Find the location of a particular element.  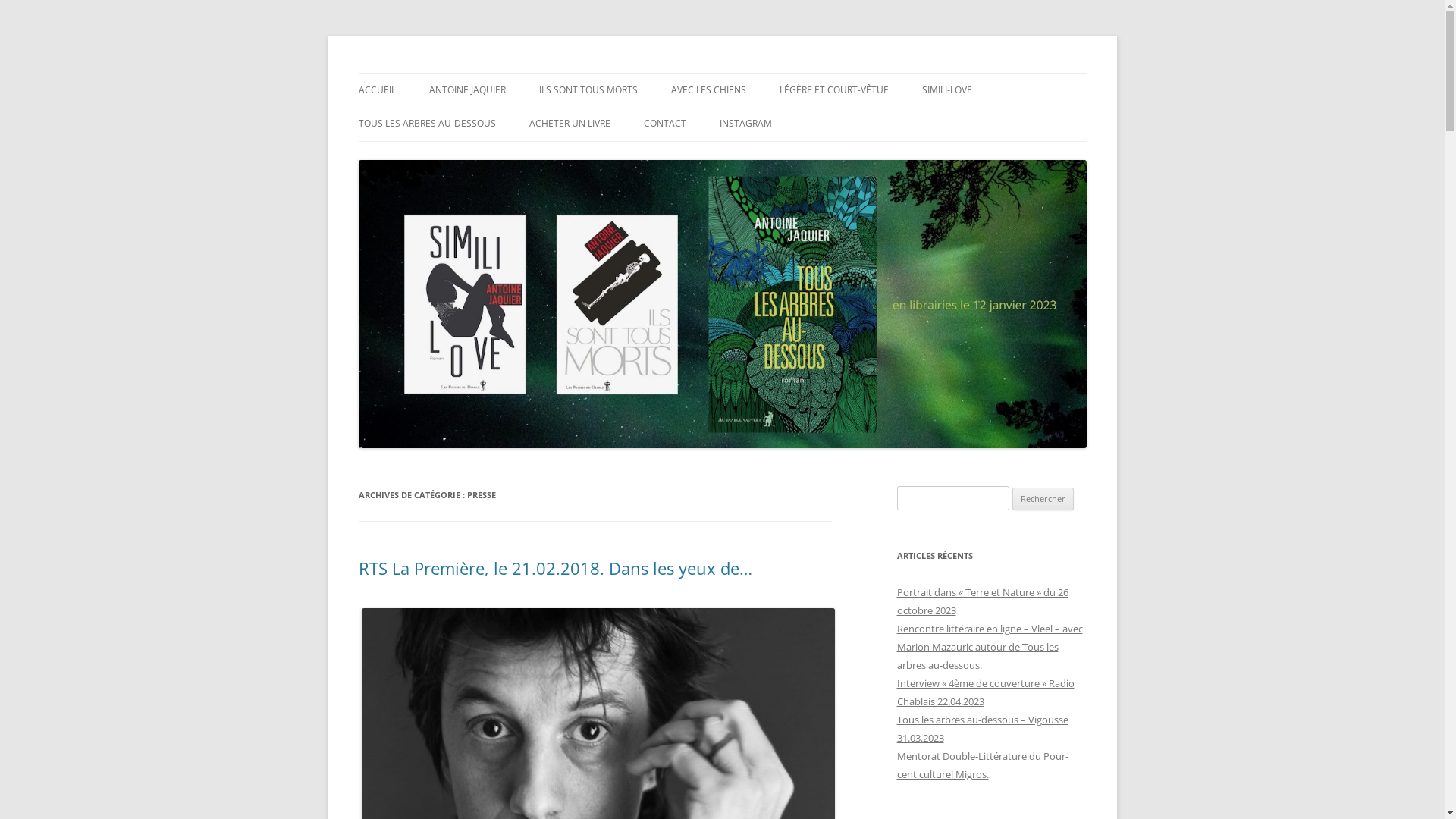

'ACCUEIL' is located at coordinates (356, 90).